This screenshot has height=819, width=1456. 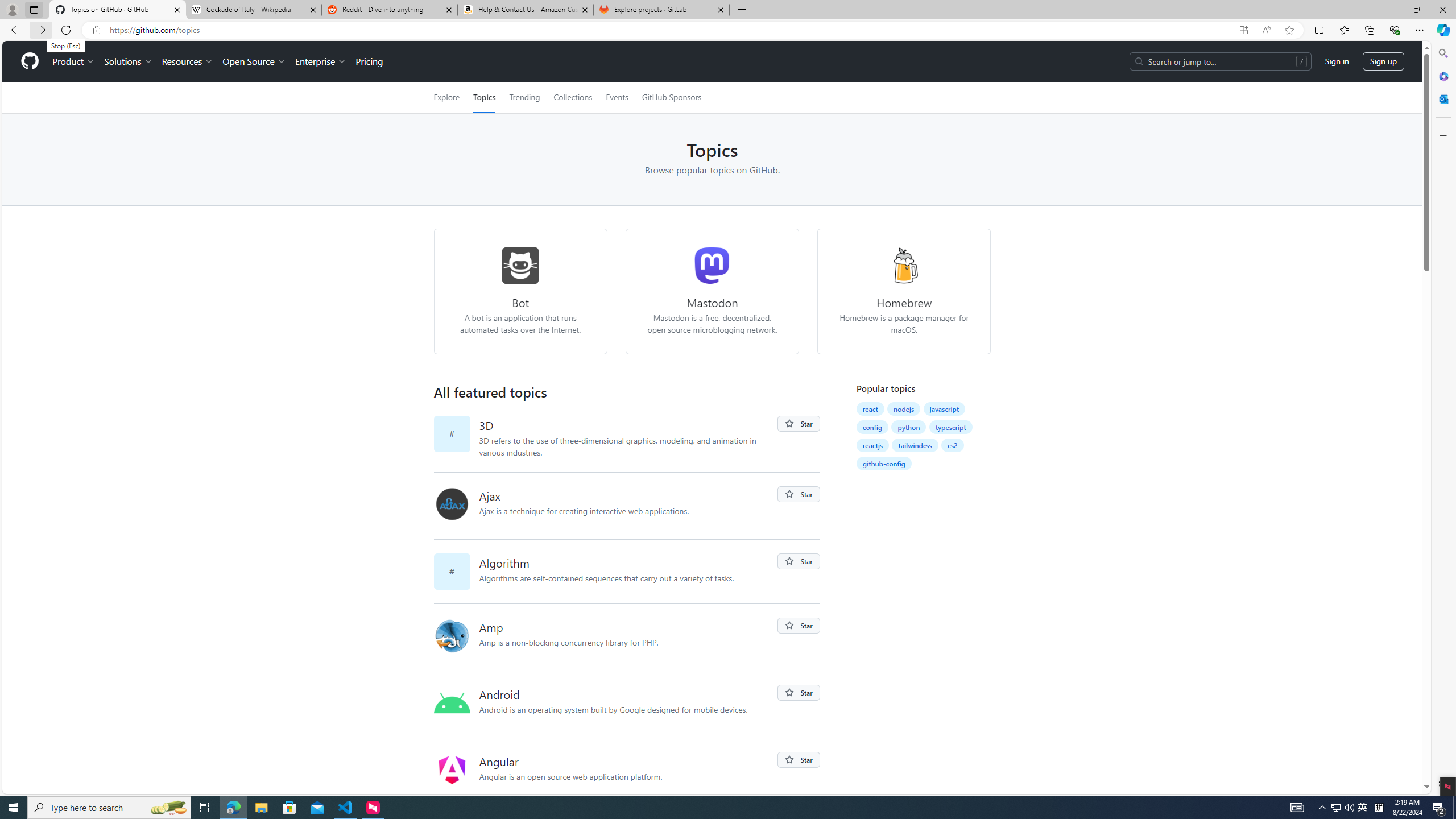 What do you see at coordinates (255, 61) in the screenshot?
I see `'Open Source'` at bounding box center [255, 61].